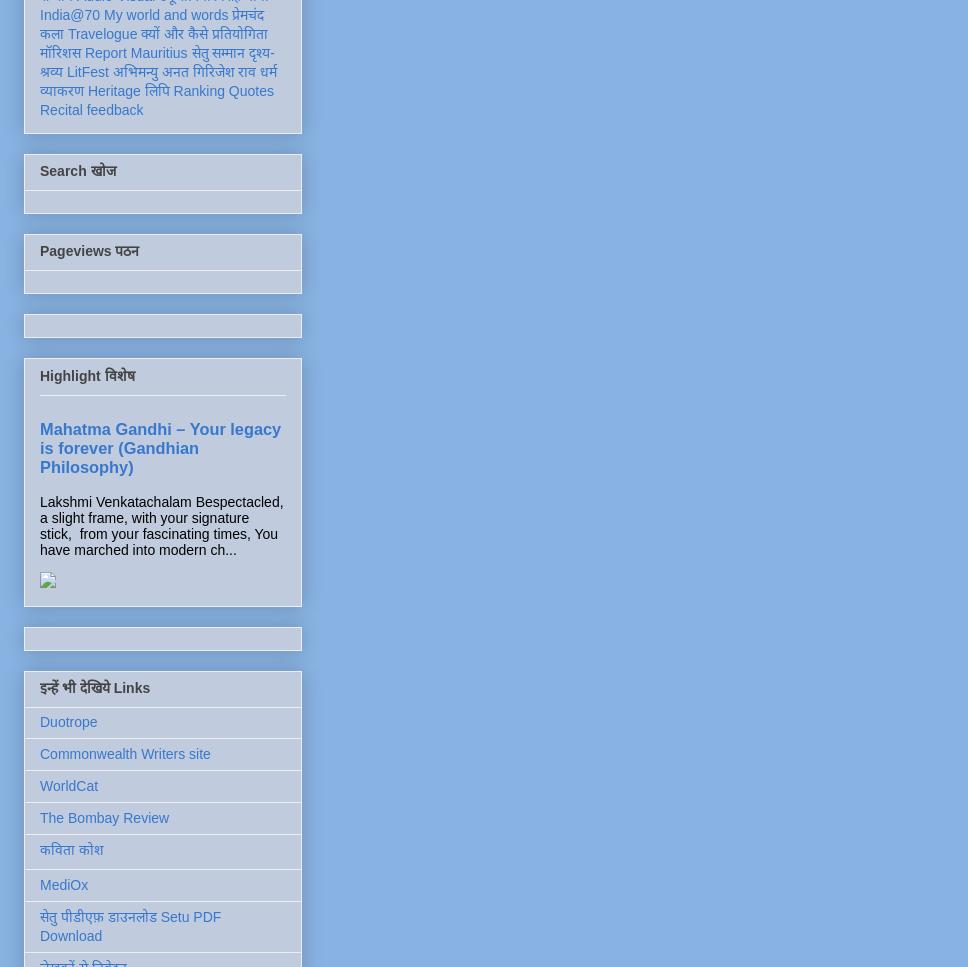 The width and height of the screenshot is (968, 967). What do you see at coordinates (123, 753) in the screenshot?
I see `'Commonwealth Writers site'` at bounding box center [123, 753].